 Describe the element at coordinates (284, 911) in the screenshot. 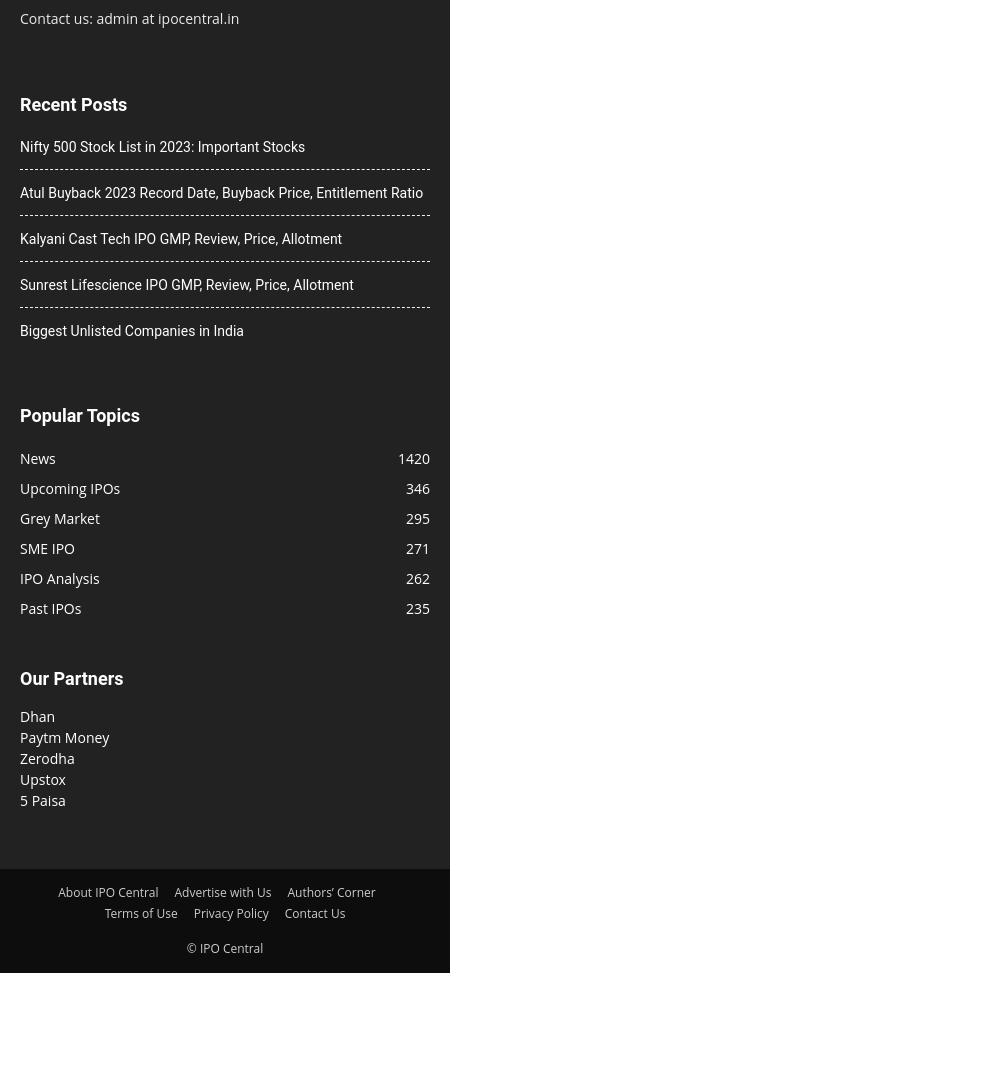

I see `'Contact Us'` at that location.